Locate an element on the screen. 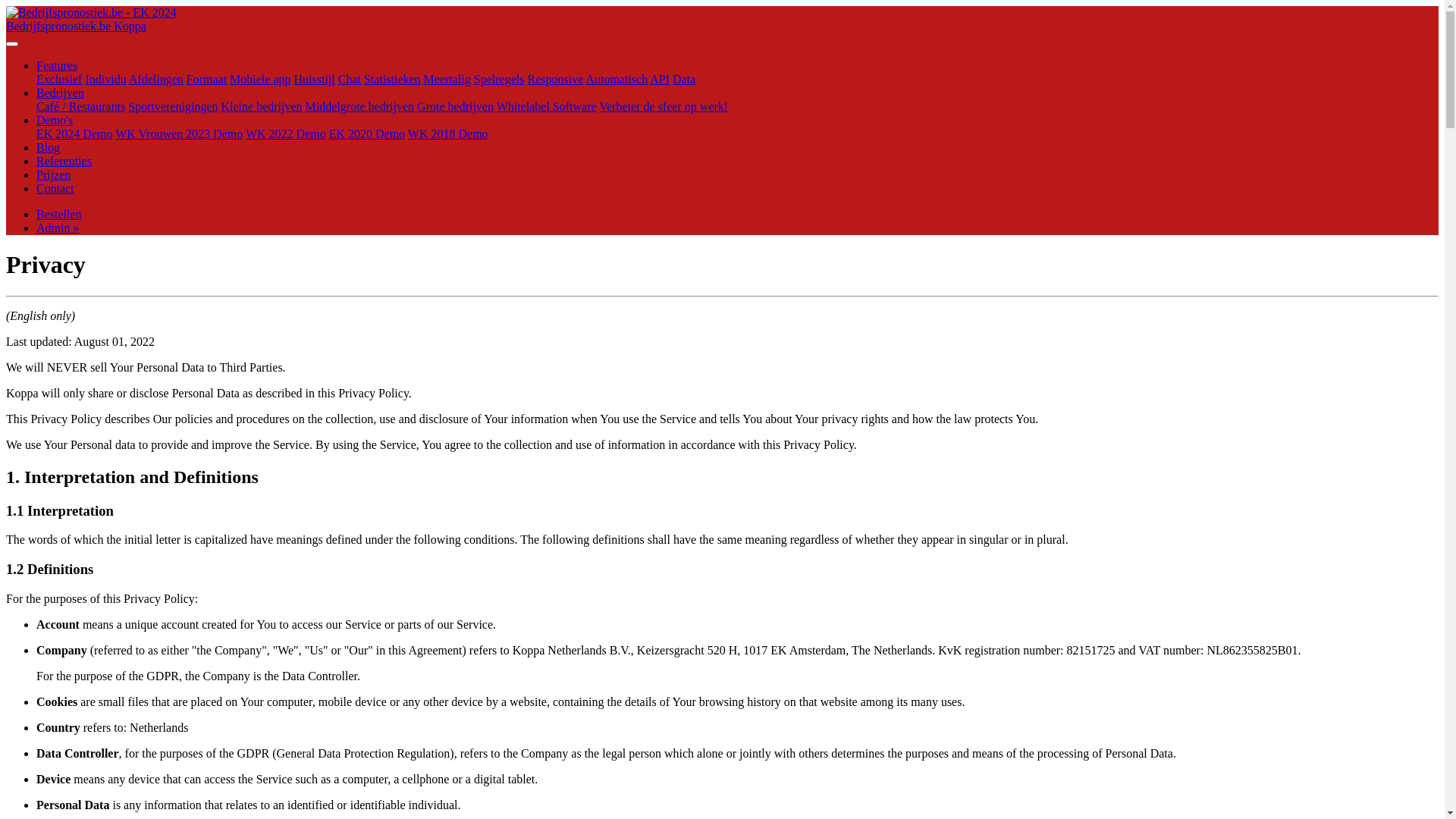 Image resolution: width=1456 pixels, height=819 pixels. 'Grote bedrijven' is located at coordinates (454, 105).